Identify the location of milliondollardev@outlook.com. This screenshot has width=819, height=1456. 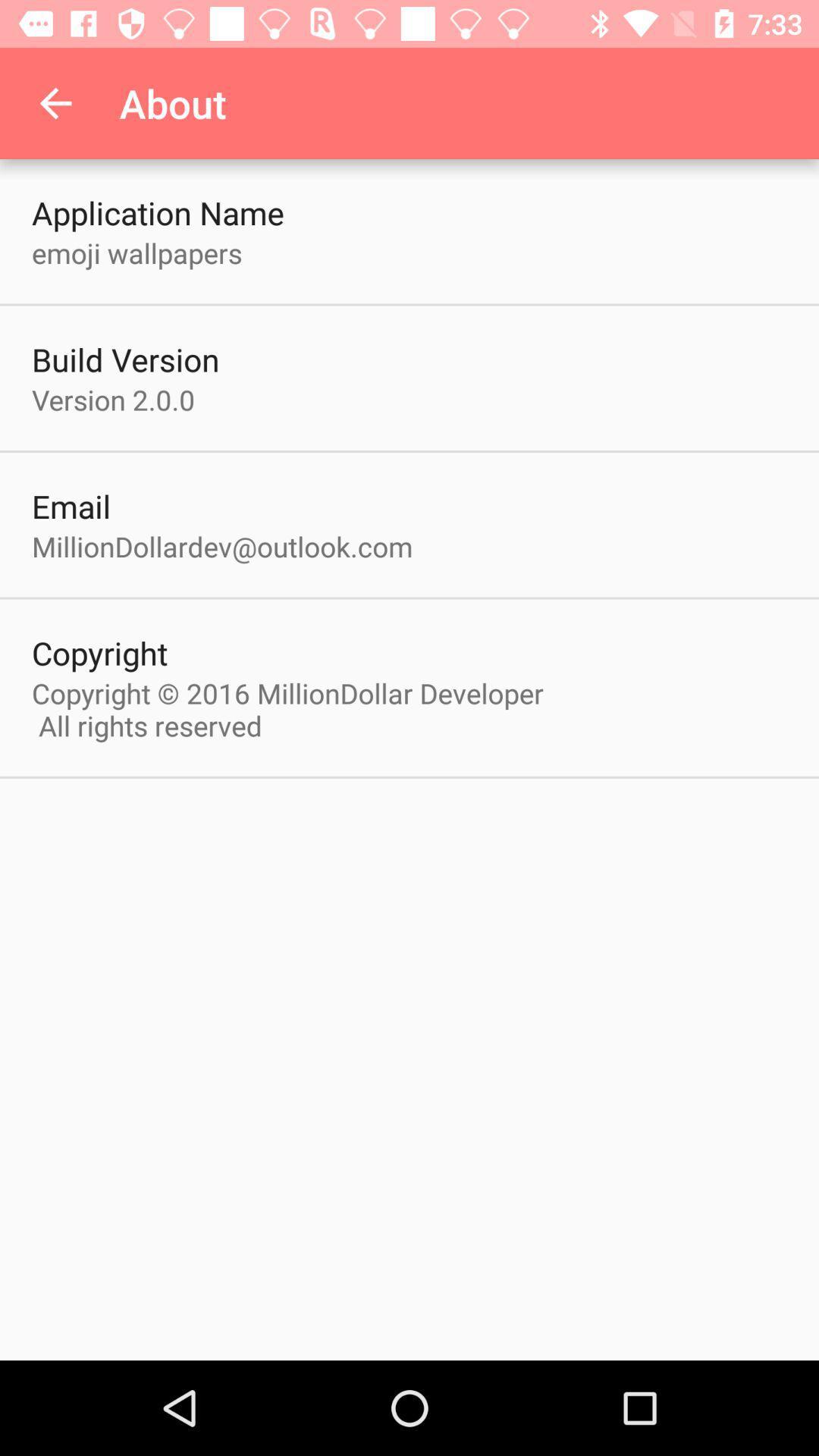
(222, 546).